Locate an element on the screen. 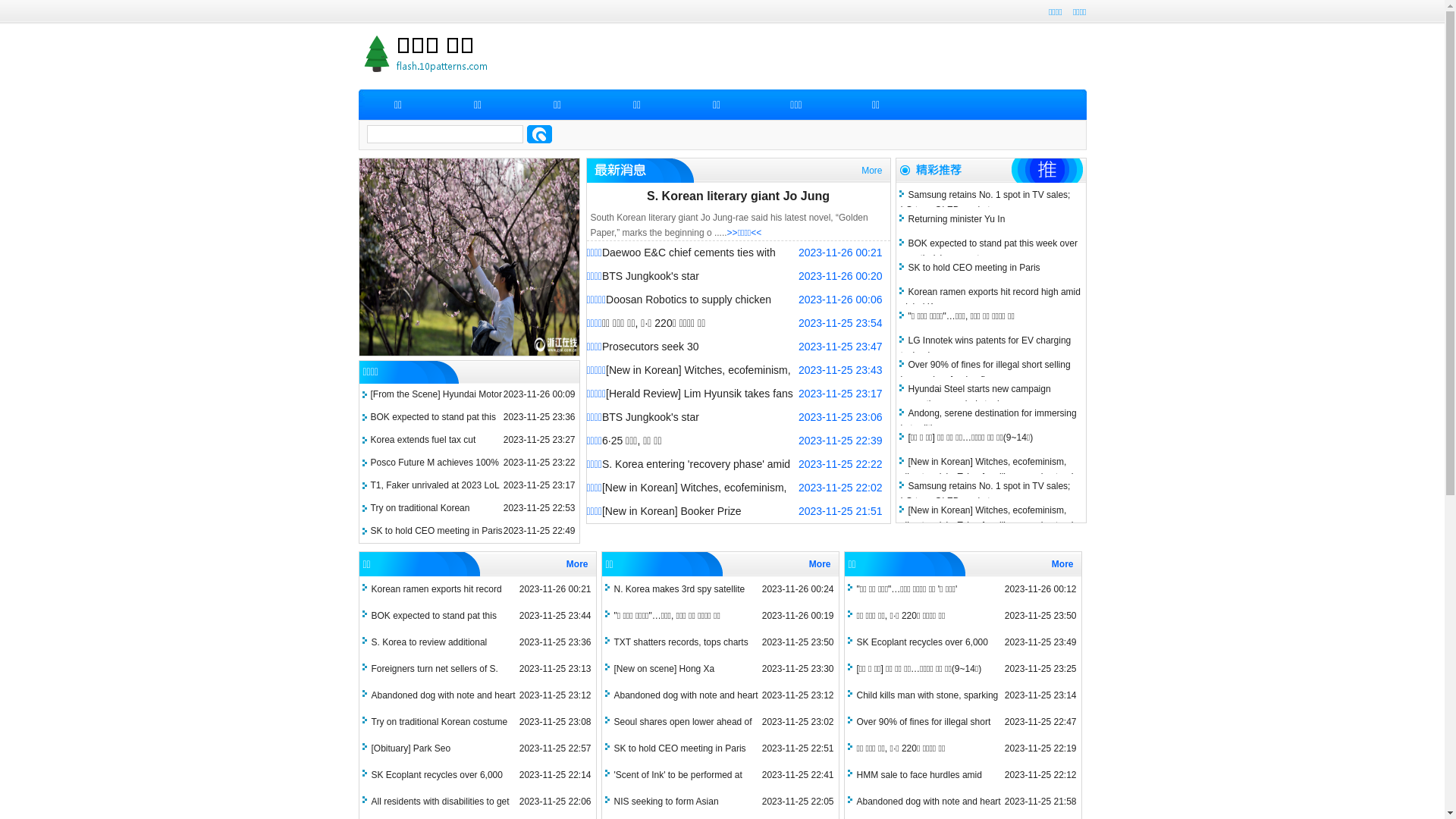 This screenshot has width=1456, height=819. 'search' is located at coordinates (538, 133).